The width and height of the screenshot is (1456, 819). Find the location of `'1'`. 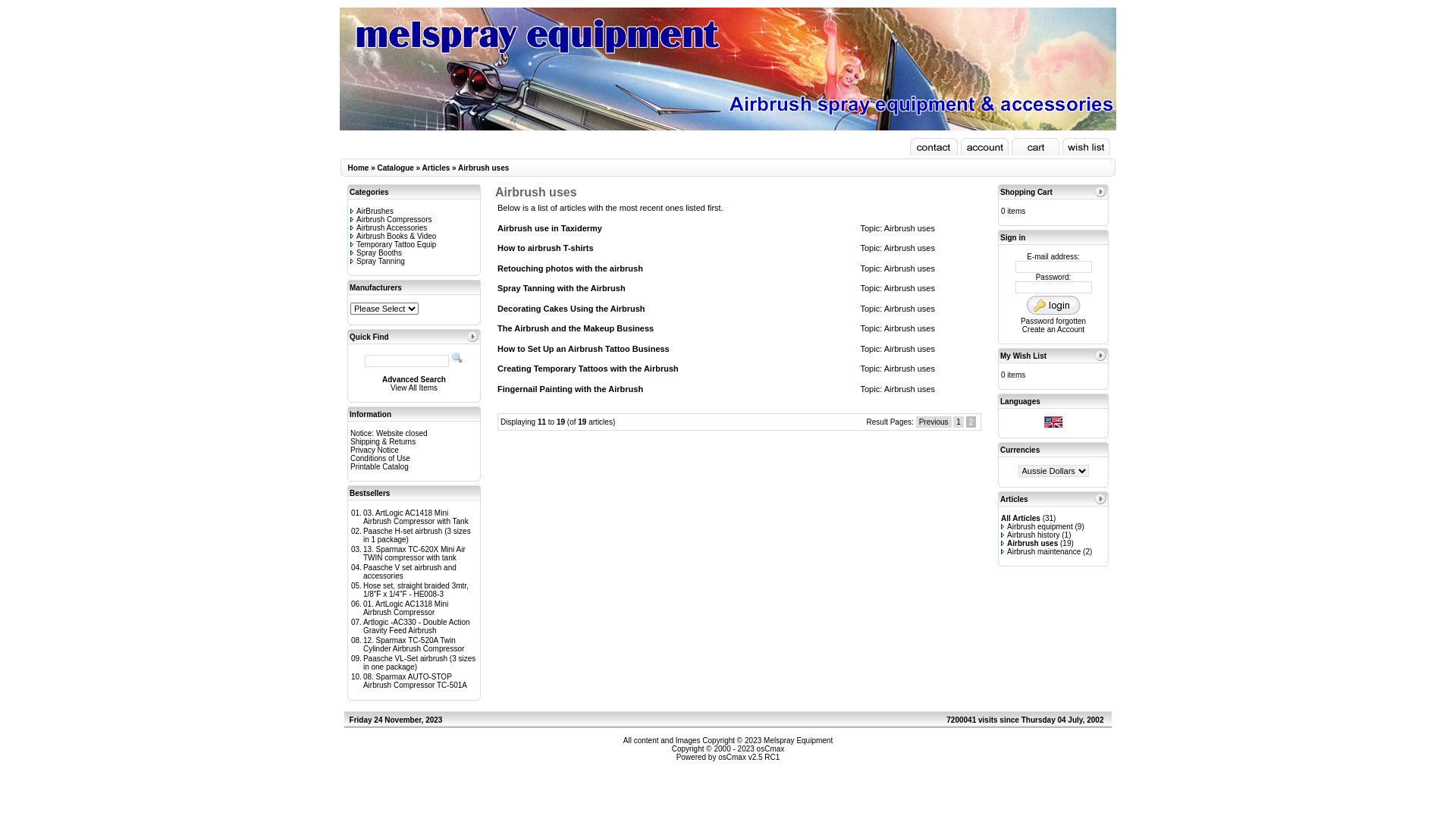

'1' is located at coordinates (952, 422).